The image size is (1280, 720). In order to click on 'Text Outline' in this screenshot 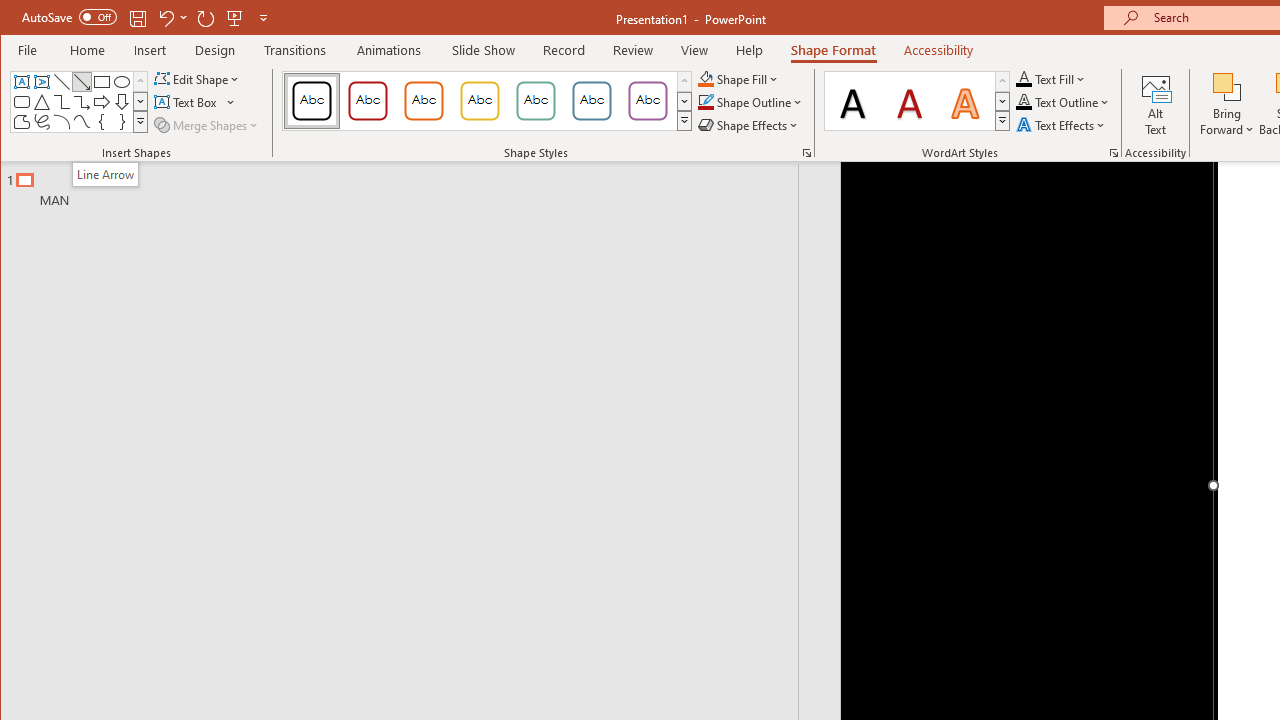, I will do `click(1062, 102)`.